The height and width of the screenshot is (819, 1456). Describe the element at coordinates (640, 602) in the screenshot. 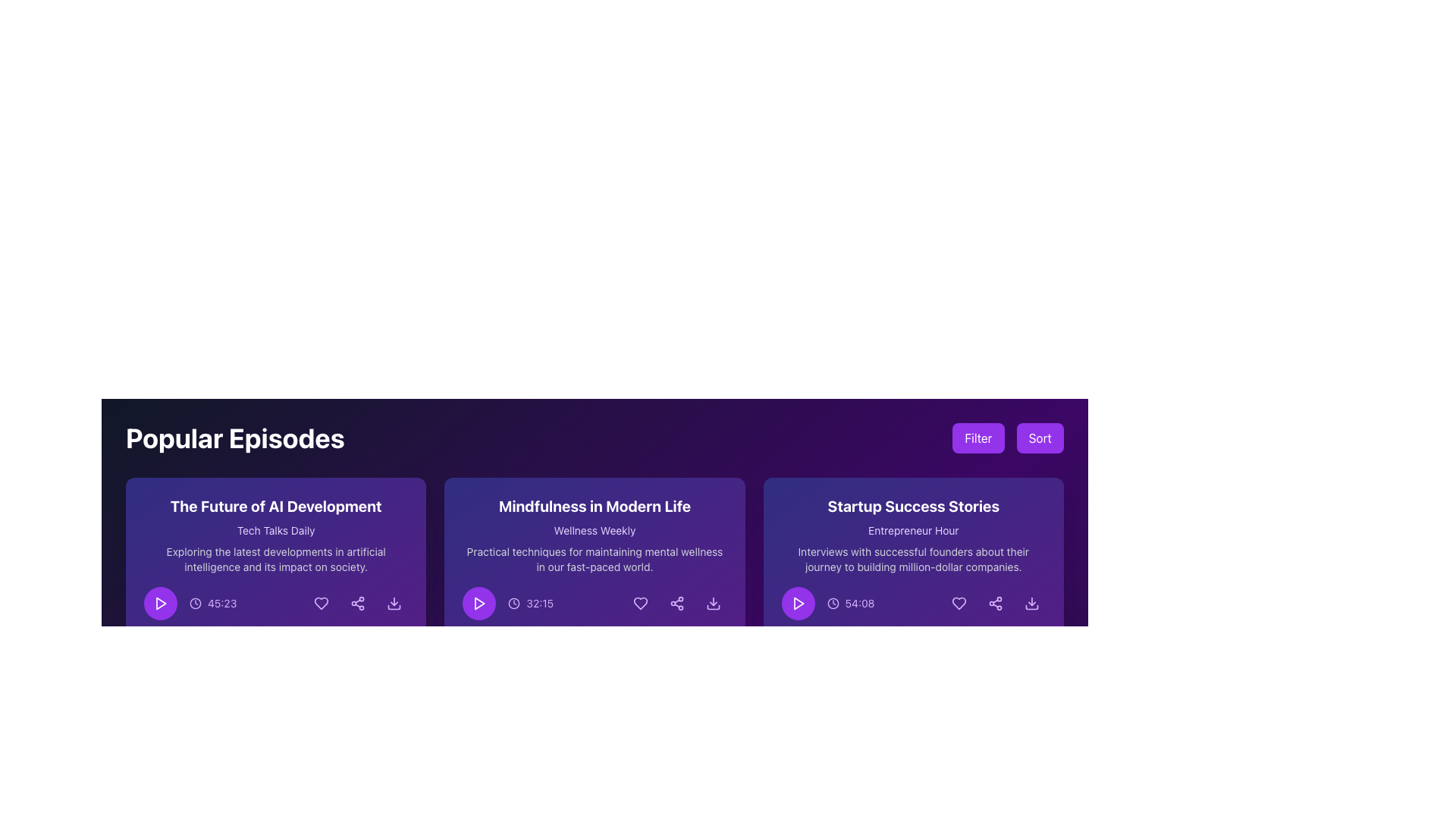

I see `the favorite icon button located in the bottom row of icons on the 'Mindfulness in Modern Life' podcast card` at that location.